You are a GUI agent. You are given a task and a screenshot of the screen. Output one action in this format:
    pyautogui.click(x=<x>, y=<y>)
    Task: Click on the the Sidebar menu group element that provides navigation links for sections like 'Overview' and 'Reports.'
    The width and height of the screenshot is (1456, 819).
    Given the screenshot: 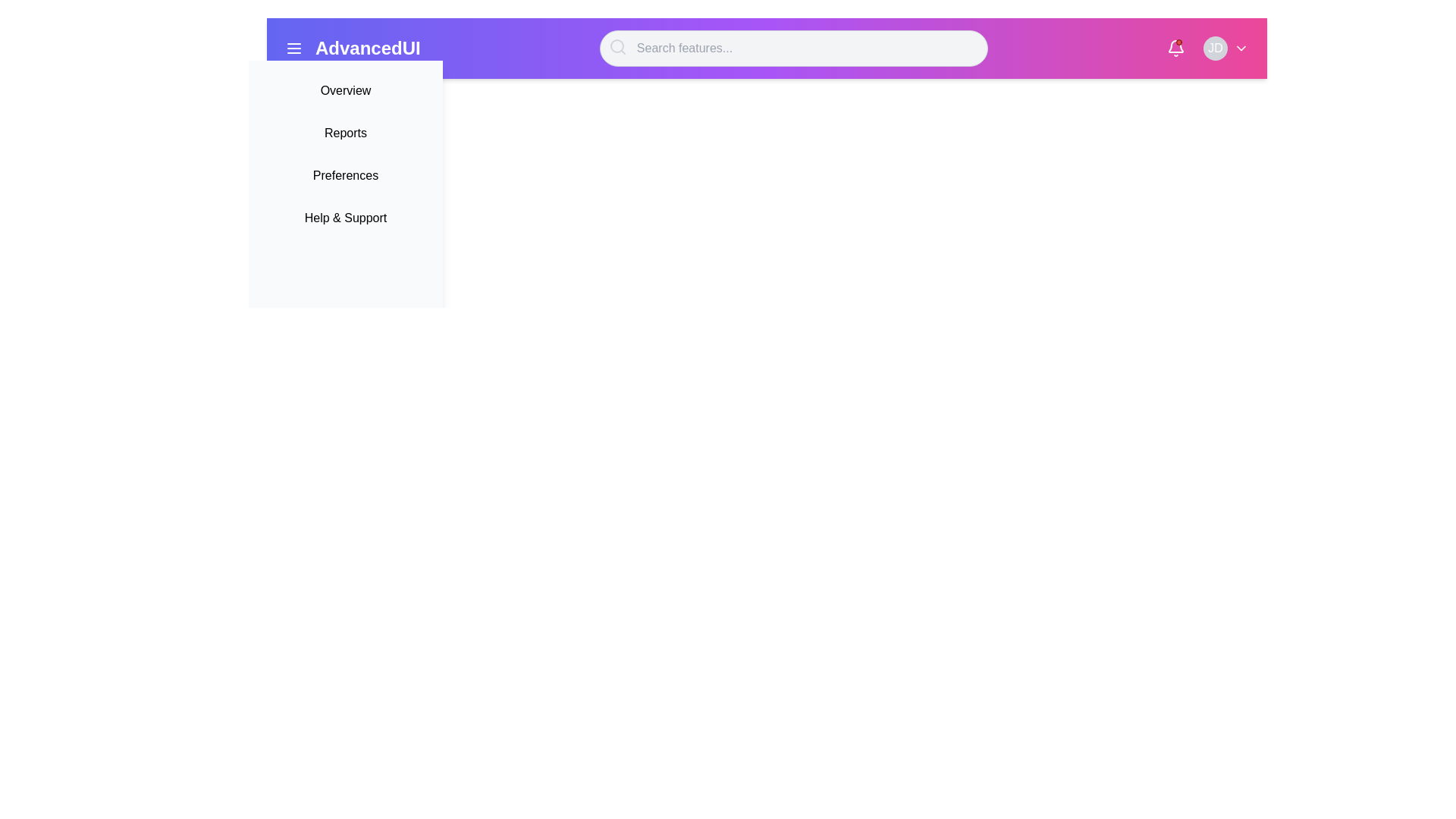 What is the action you would take?
    pyautogui.click(x=345, y=155)
    